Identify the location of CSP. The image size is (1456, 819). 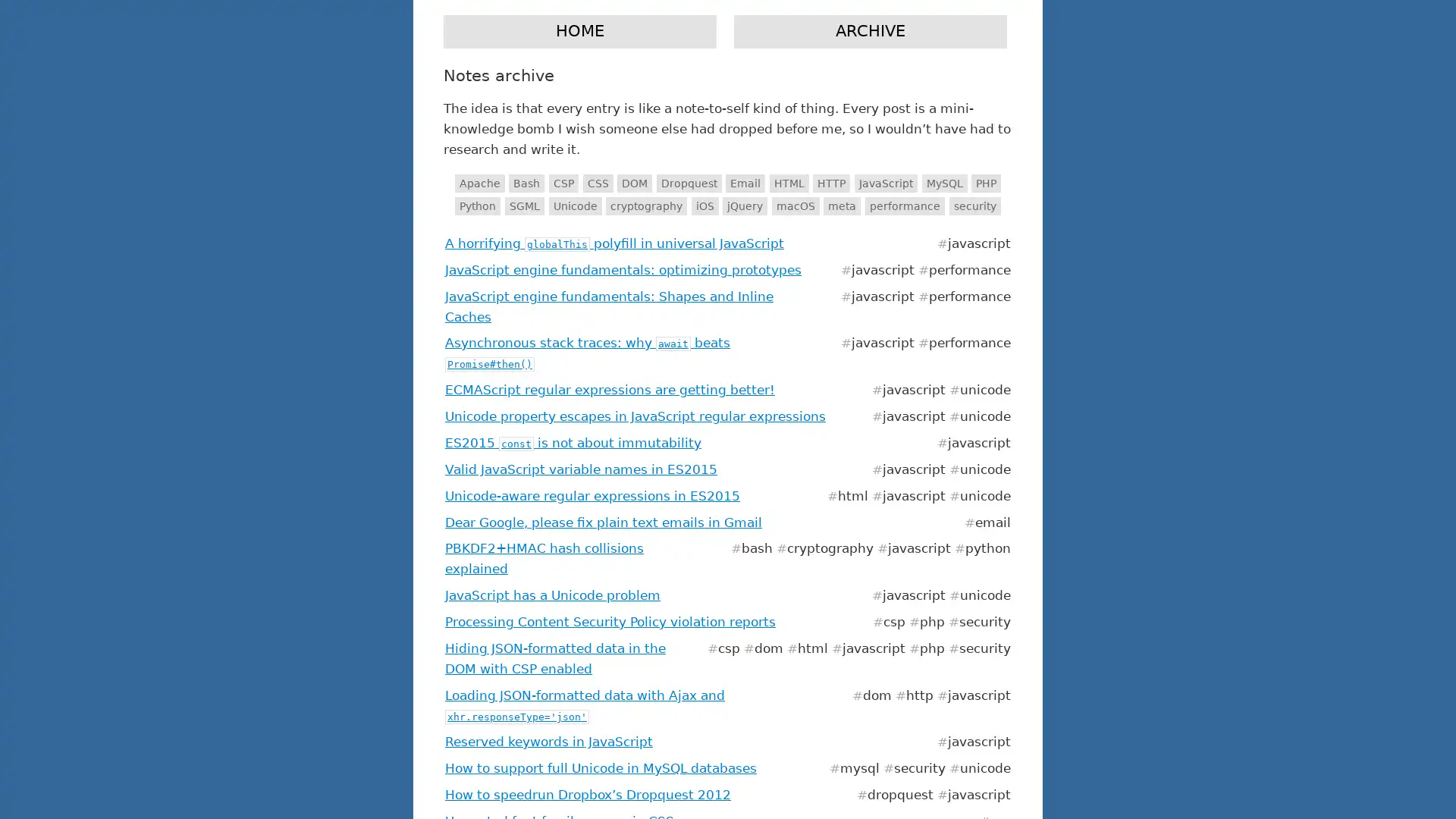
(562, 183).